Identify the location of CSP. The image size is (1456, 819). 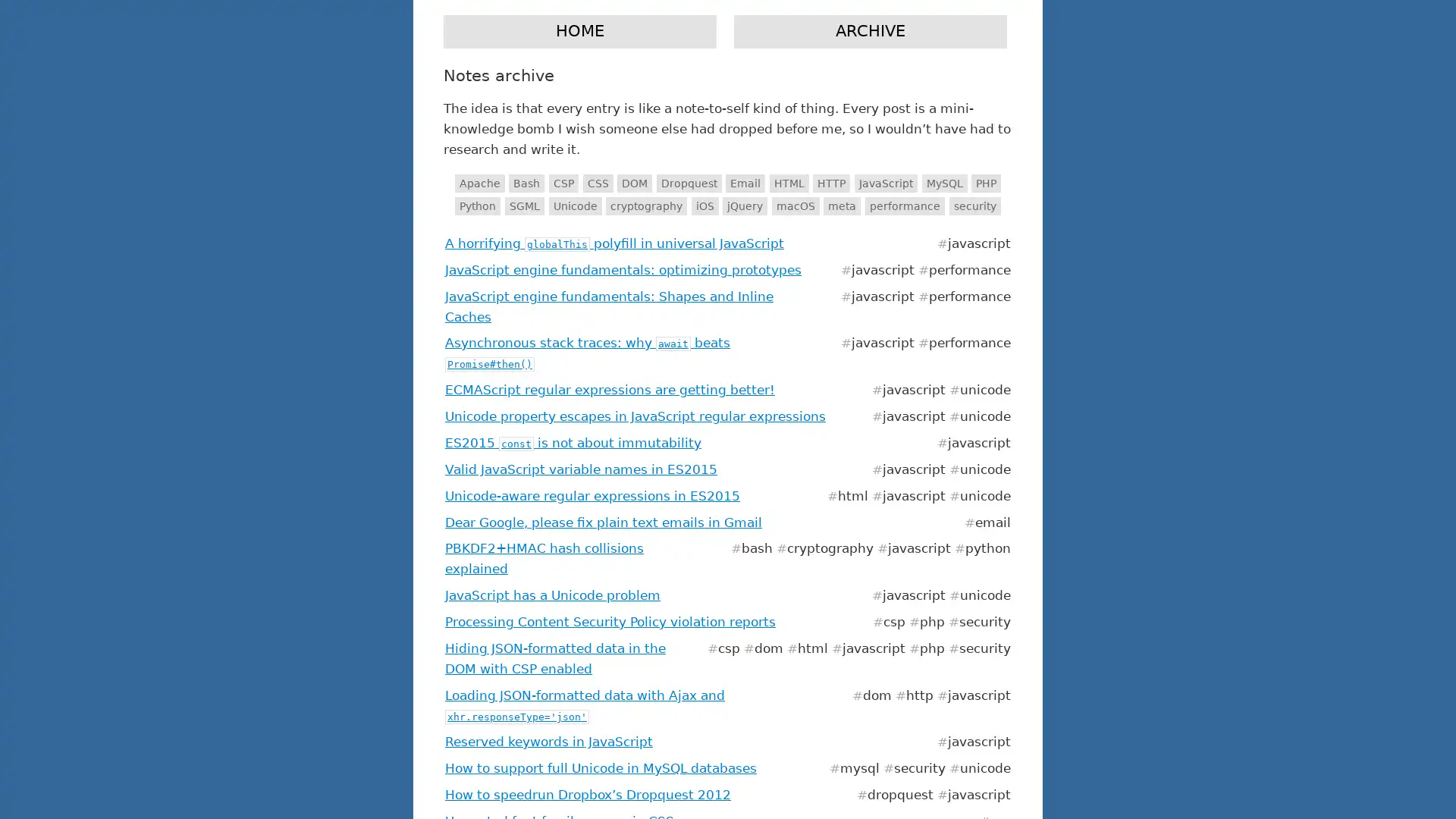
(562, 183).